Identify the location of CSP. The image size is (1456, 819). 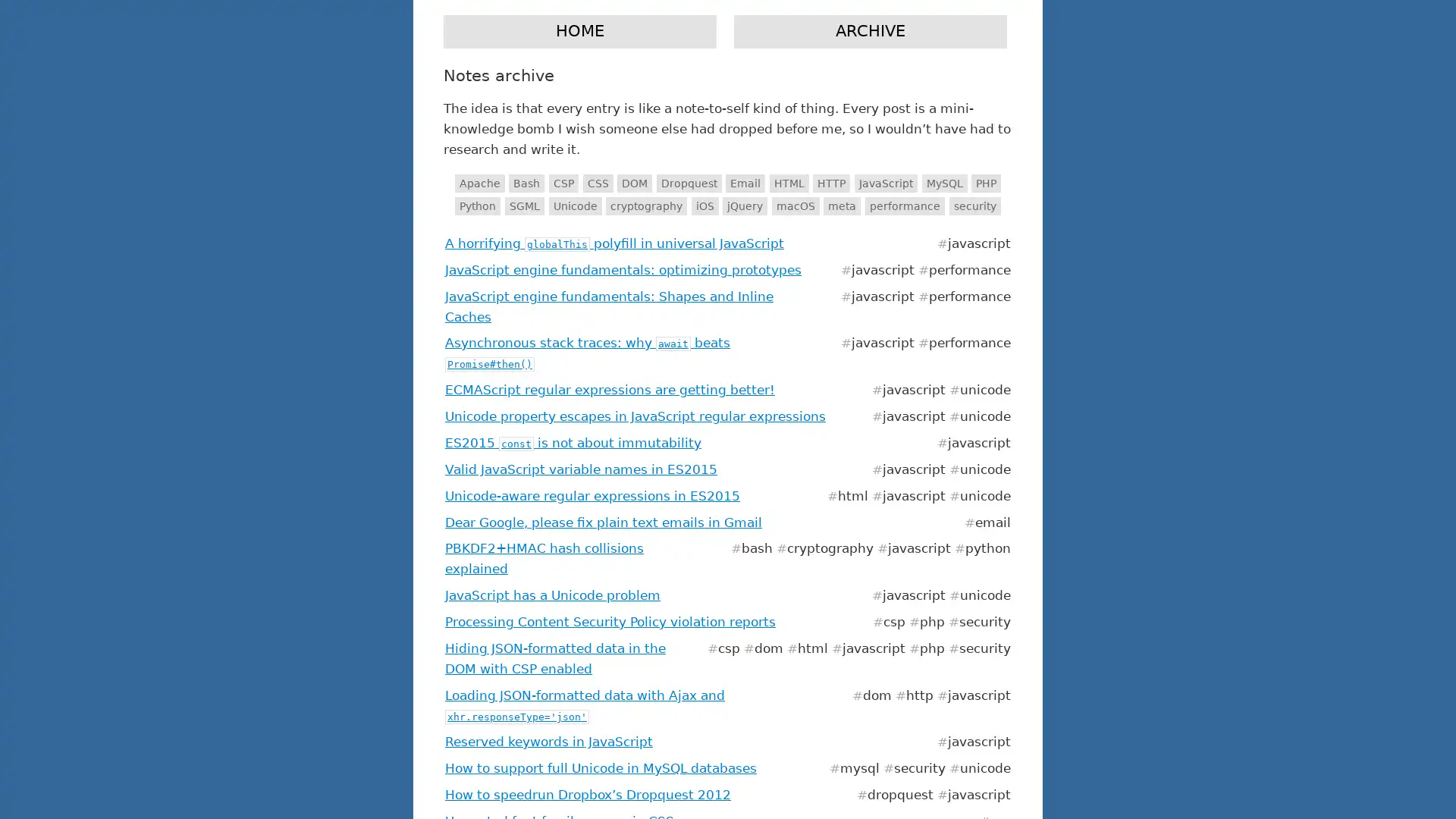
(562, 183).